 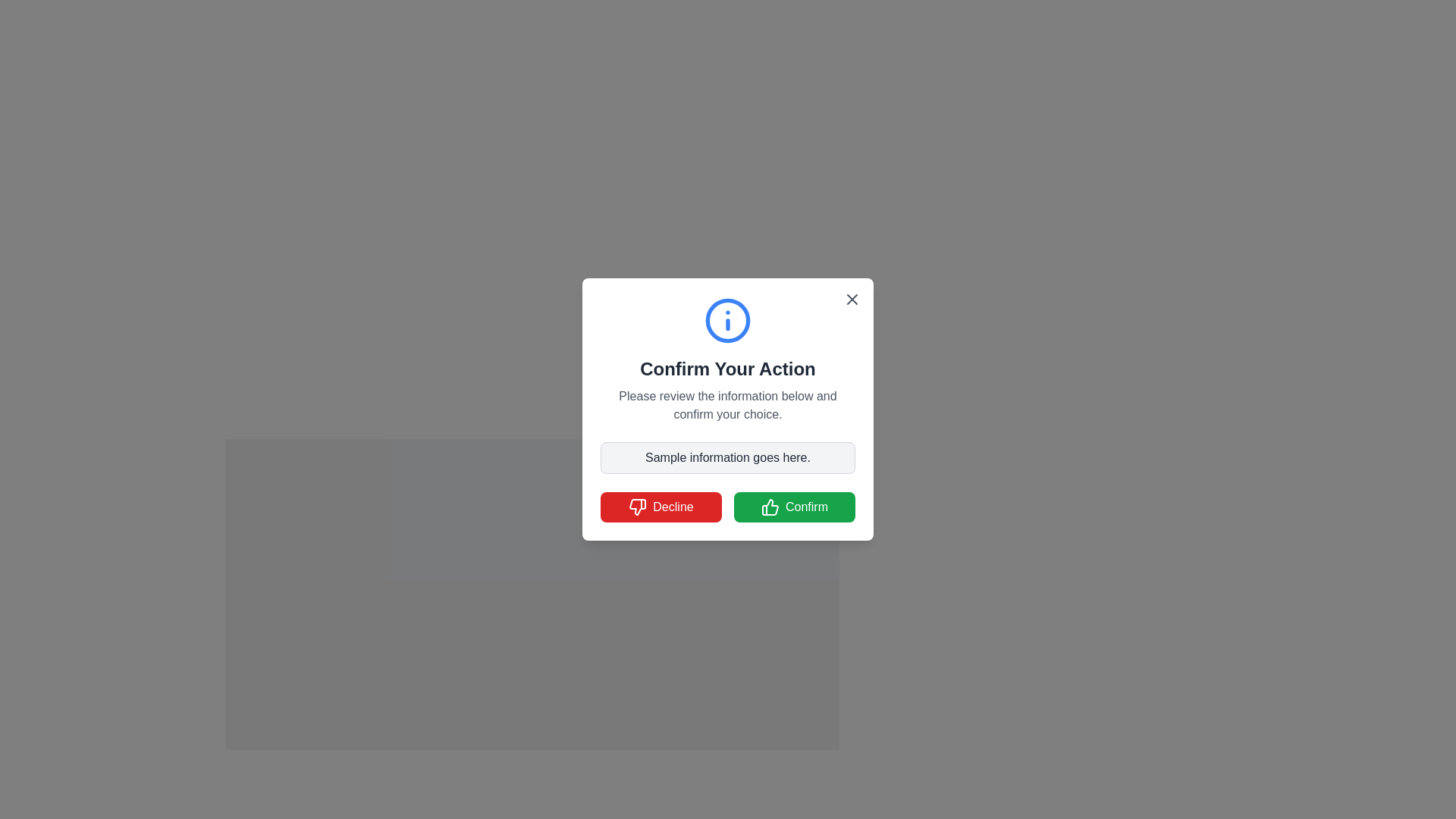 What do you see at coordinates (728, 369) in the screenshot?
I see `Heading Text located in the modal dialog, which serves as the title summarizing the content below` at bounding box center [728, 369].